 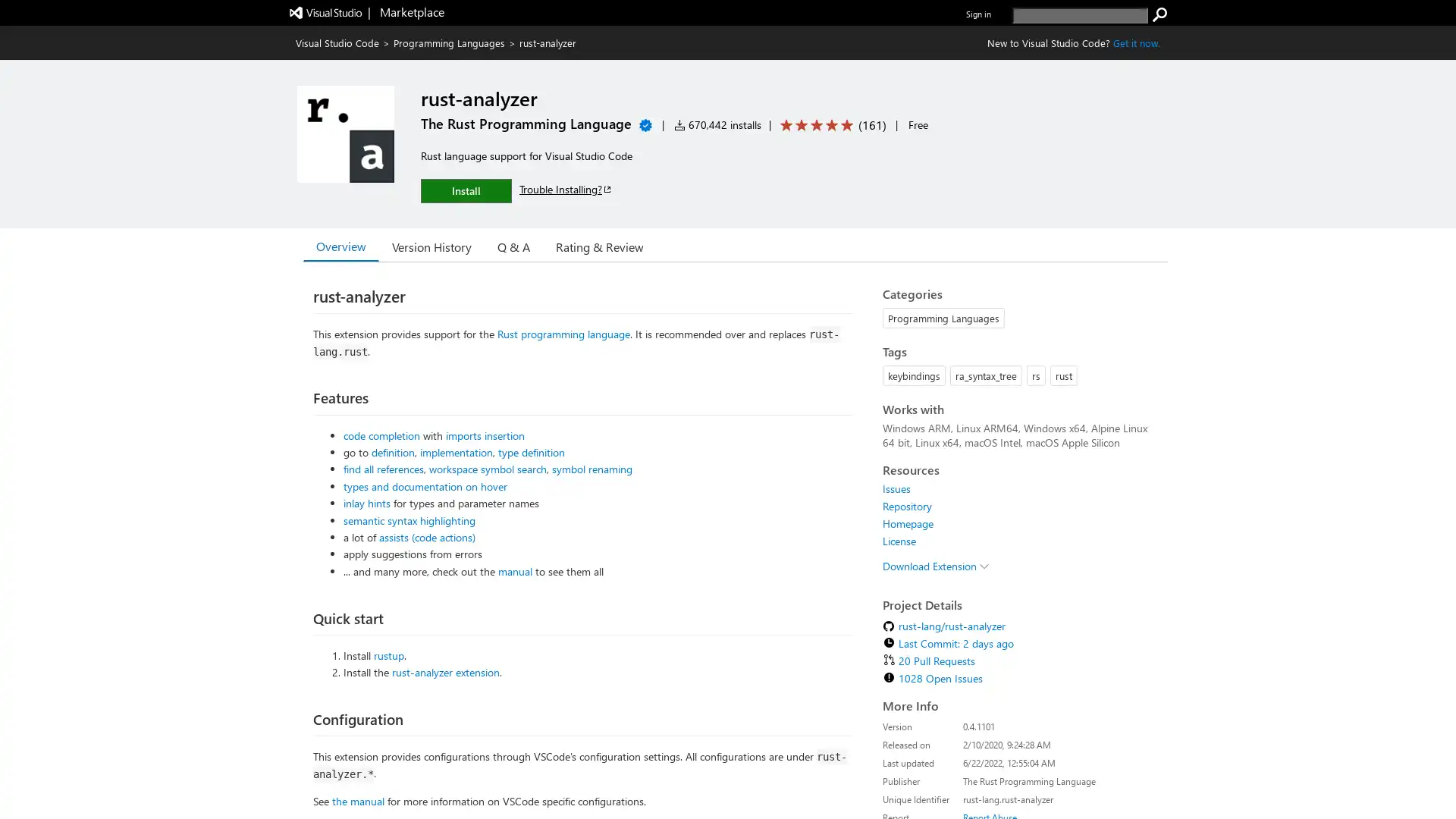 What do you see at coordinates (513, 245) in the screenshot?
I see `Q & A` at bounding box center [513, 245].